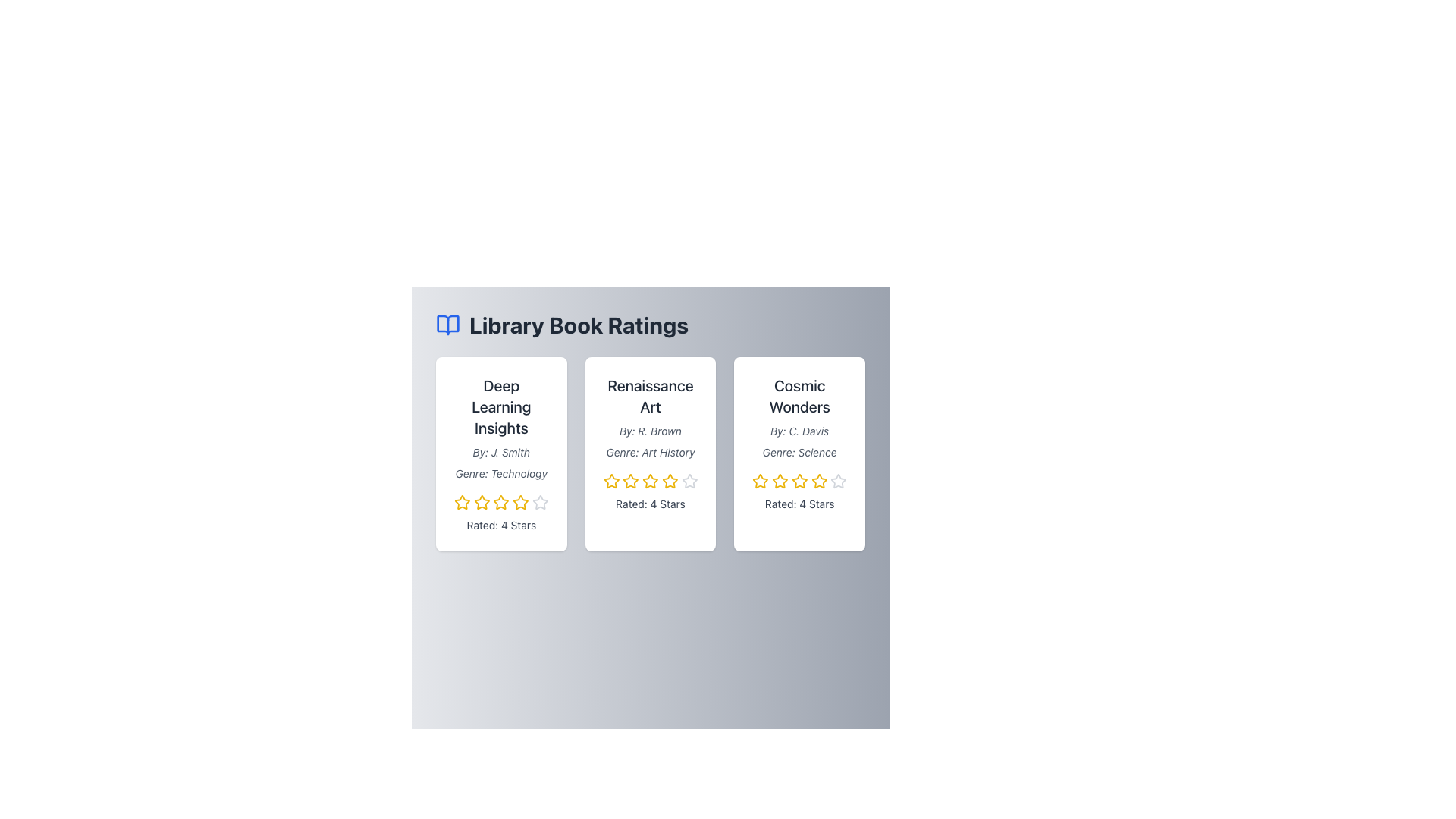 This screenshot has width=1456, height=819. What do you see at coordinates (501, 525) in the screenshot?
I see `the text label that displays 'Rated: 4 Stars' located at the bottom of the 'Deep Learning Insights' card, below the star rating icons` at bounding box center [501, 525].